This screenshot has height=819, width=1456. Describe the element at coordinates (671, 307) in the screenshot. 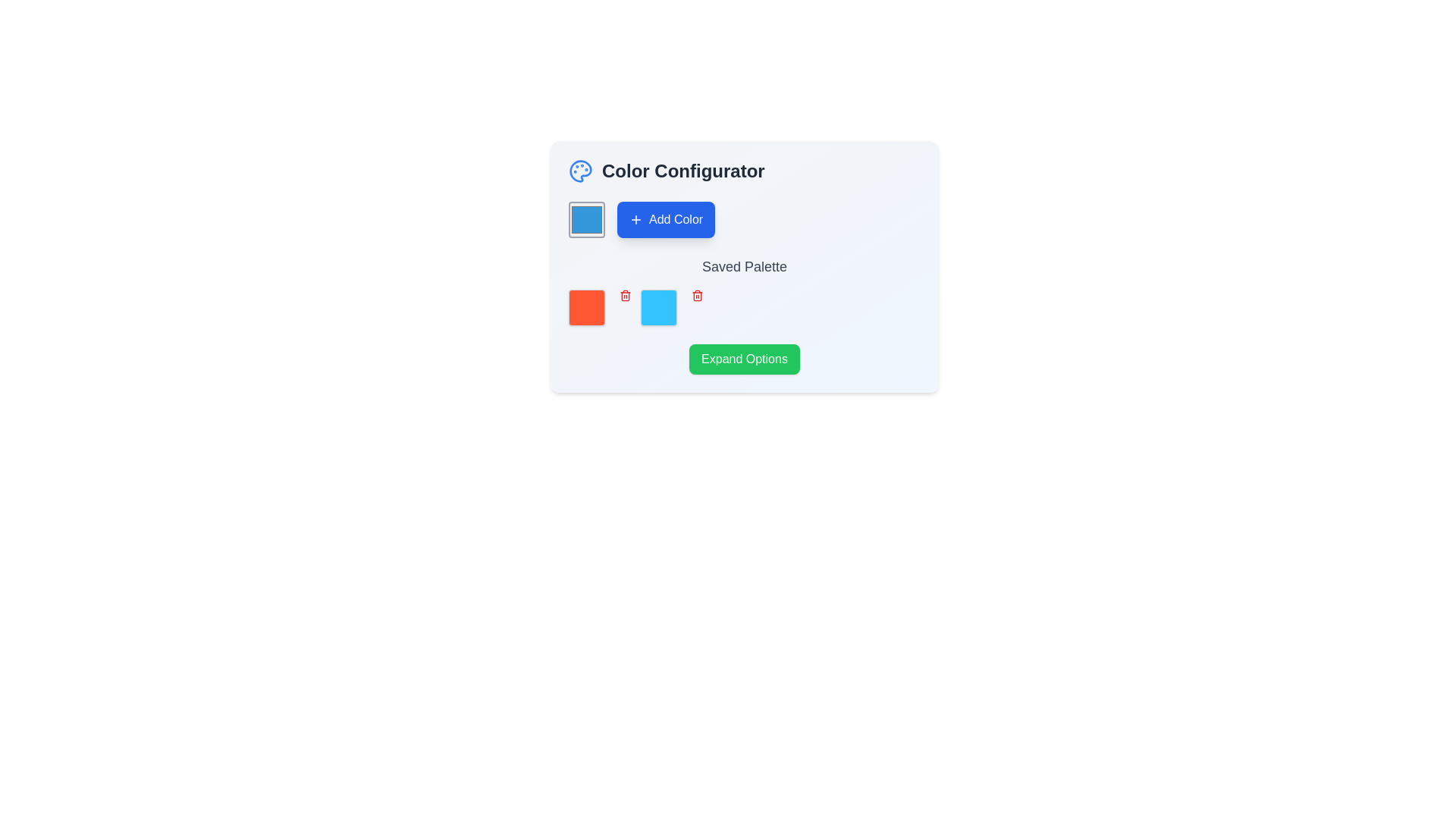

I see `the light blue color swatch` at that location.